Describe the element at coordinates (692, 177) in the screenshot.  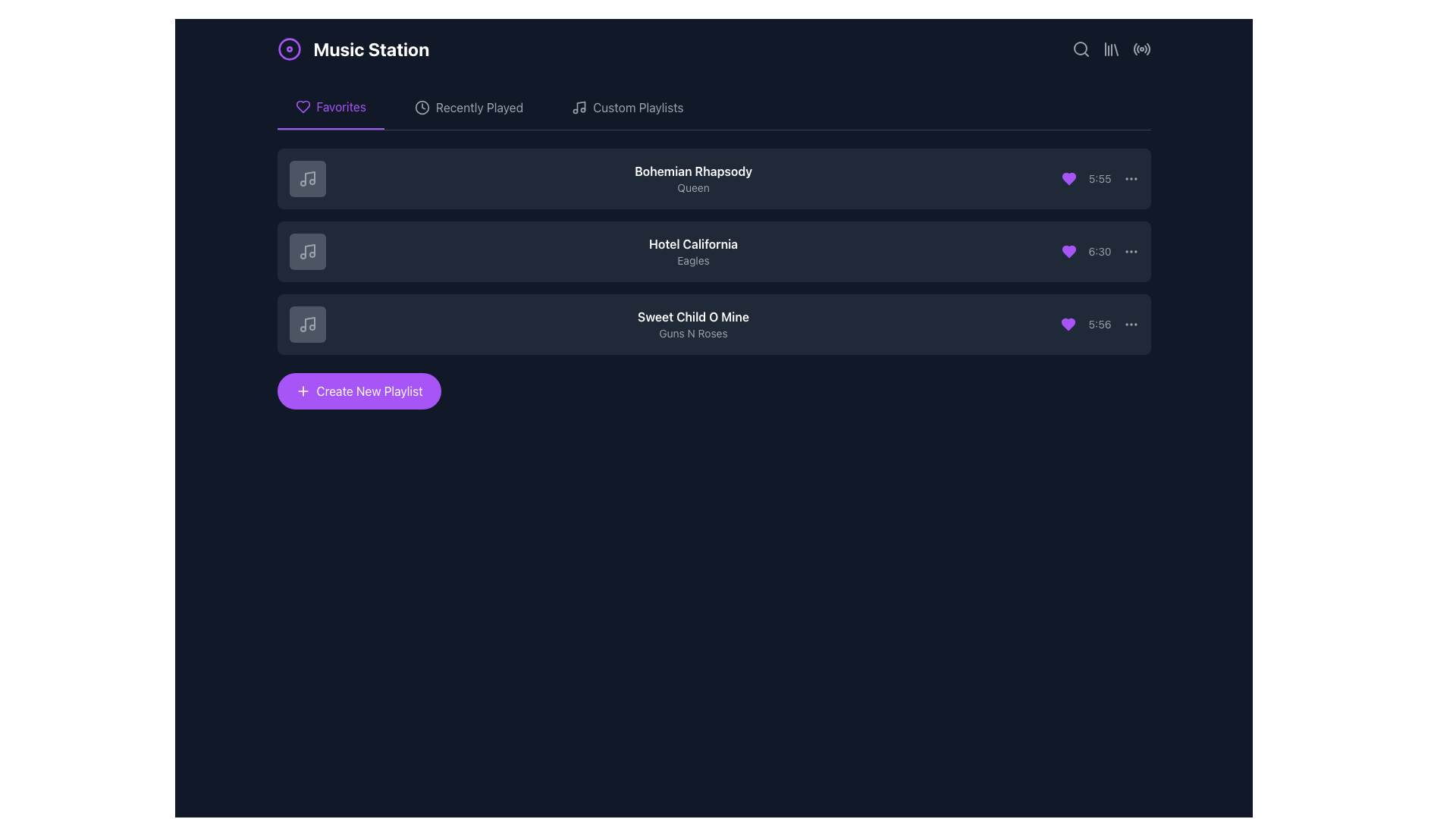
I see `the text display element that shows the song's title and artist, located within the music playlist entry block, positioned to the right of the music icon and above the duration text '5:55'` at that location.